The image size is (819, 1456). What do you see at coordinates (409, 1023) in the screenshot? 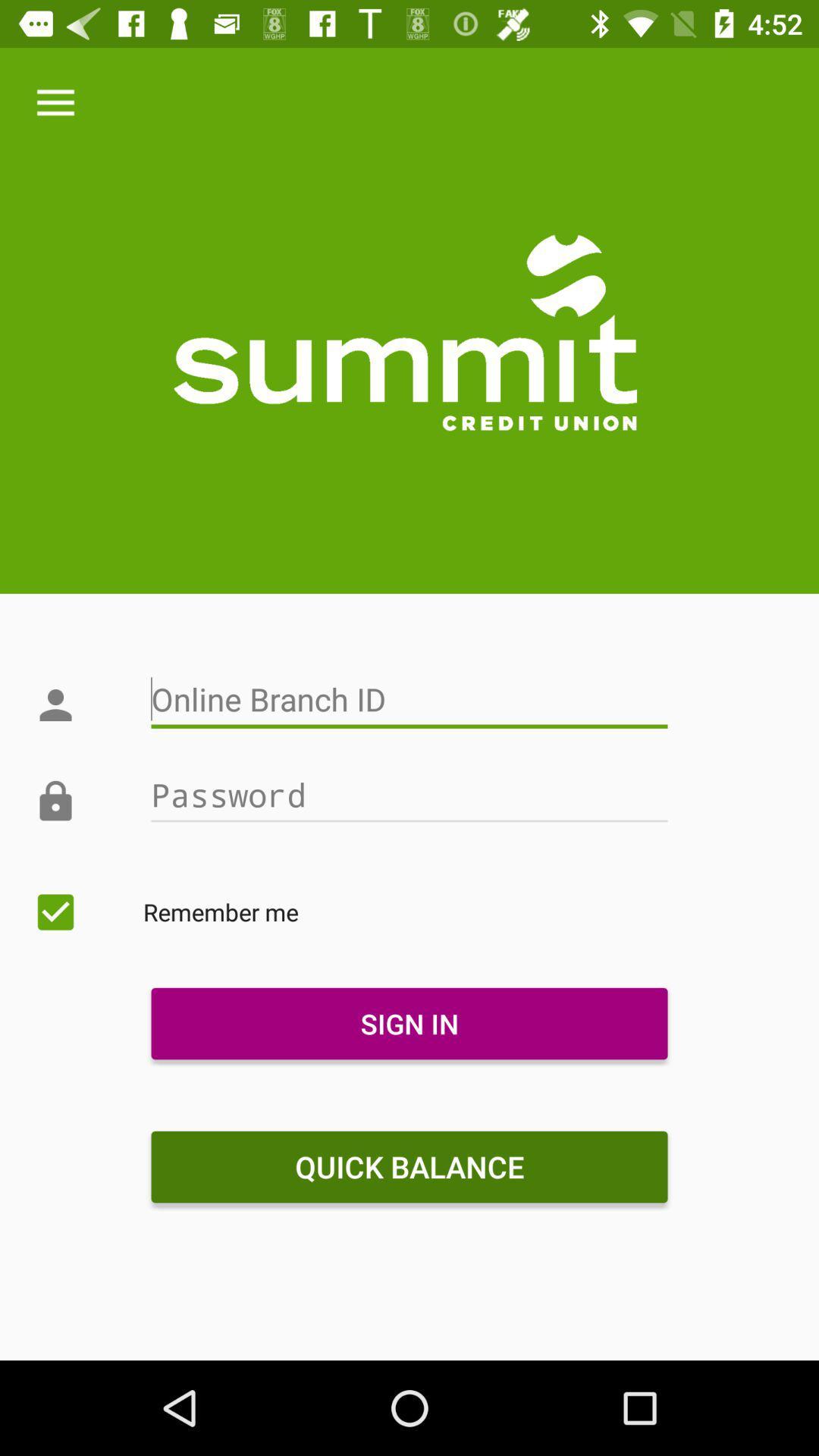
I see `sign in item` at bounding box center [409, 1023].